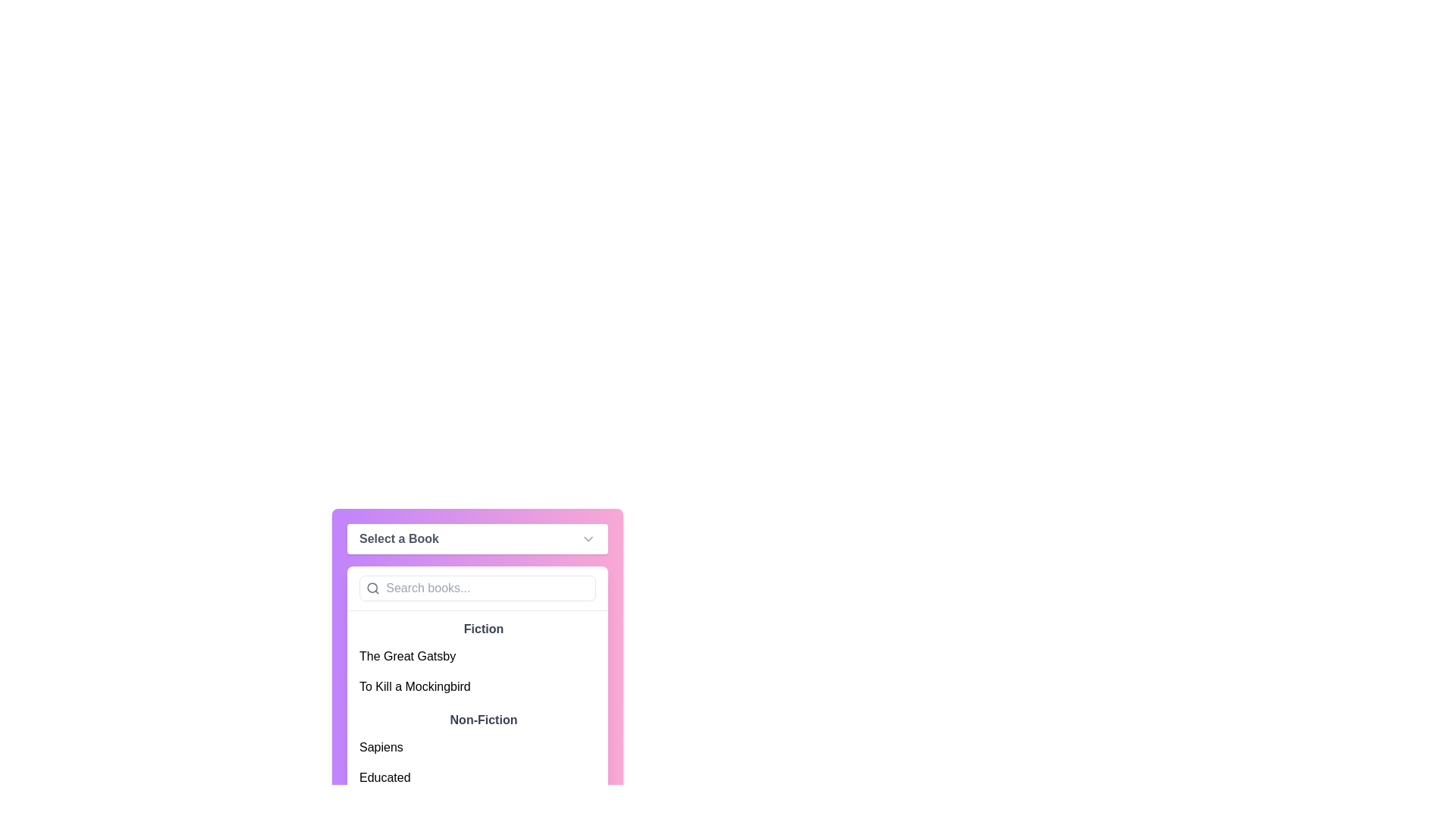 Image resolution: width=1456 pixels, height=819 pixels. Describe the element at coordinates (476, 778) in the screenshot. I see `the List item labeled 'Educated' in the dropdown menu under the 'Non-Fiction' category to trigger a visual highlight effect` at that location.